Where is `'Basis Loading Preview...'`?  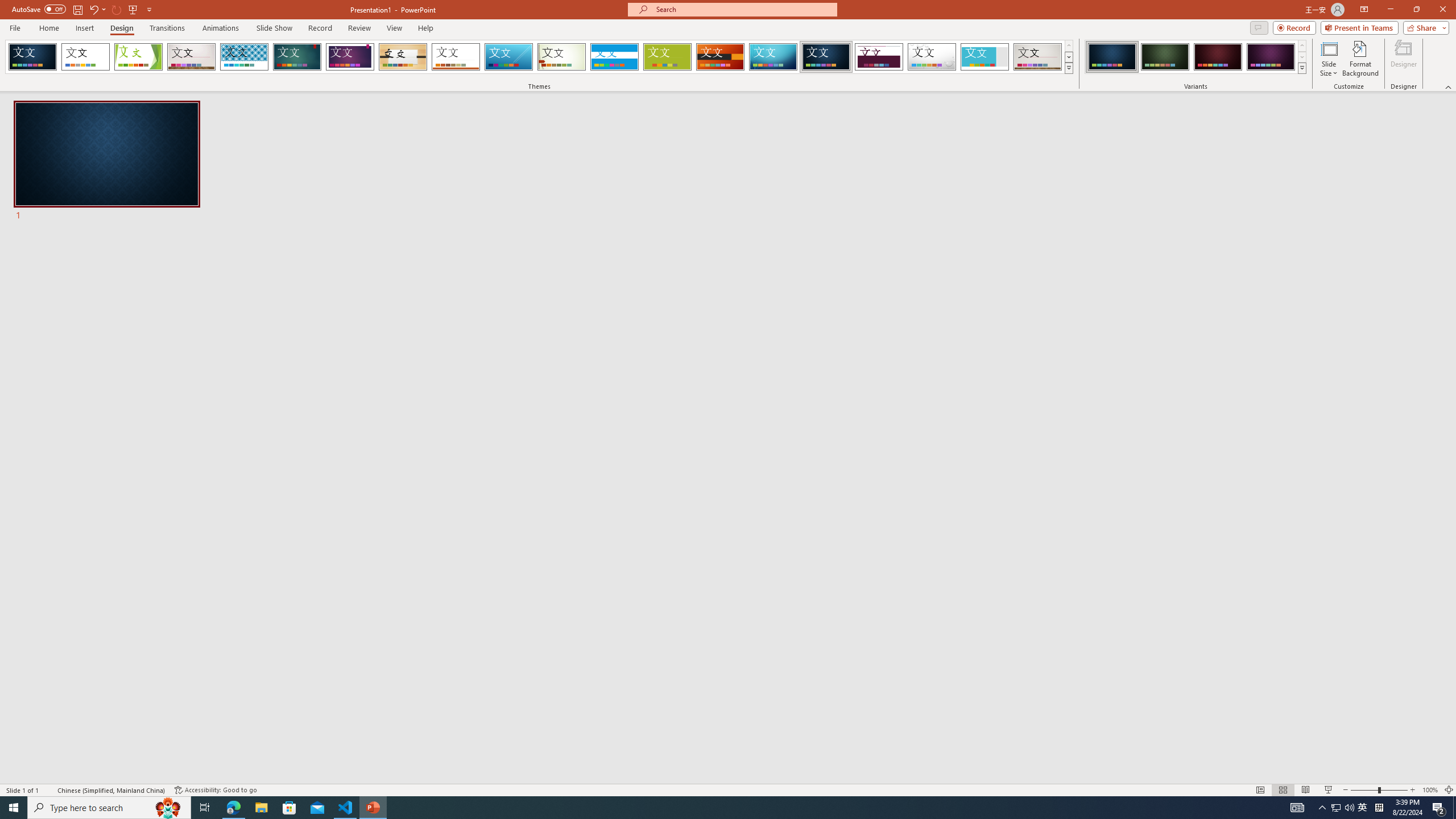
'Basis Loading Preview...' is located at coordinates (667, 56).